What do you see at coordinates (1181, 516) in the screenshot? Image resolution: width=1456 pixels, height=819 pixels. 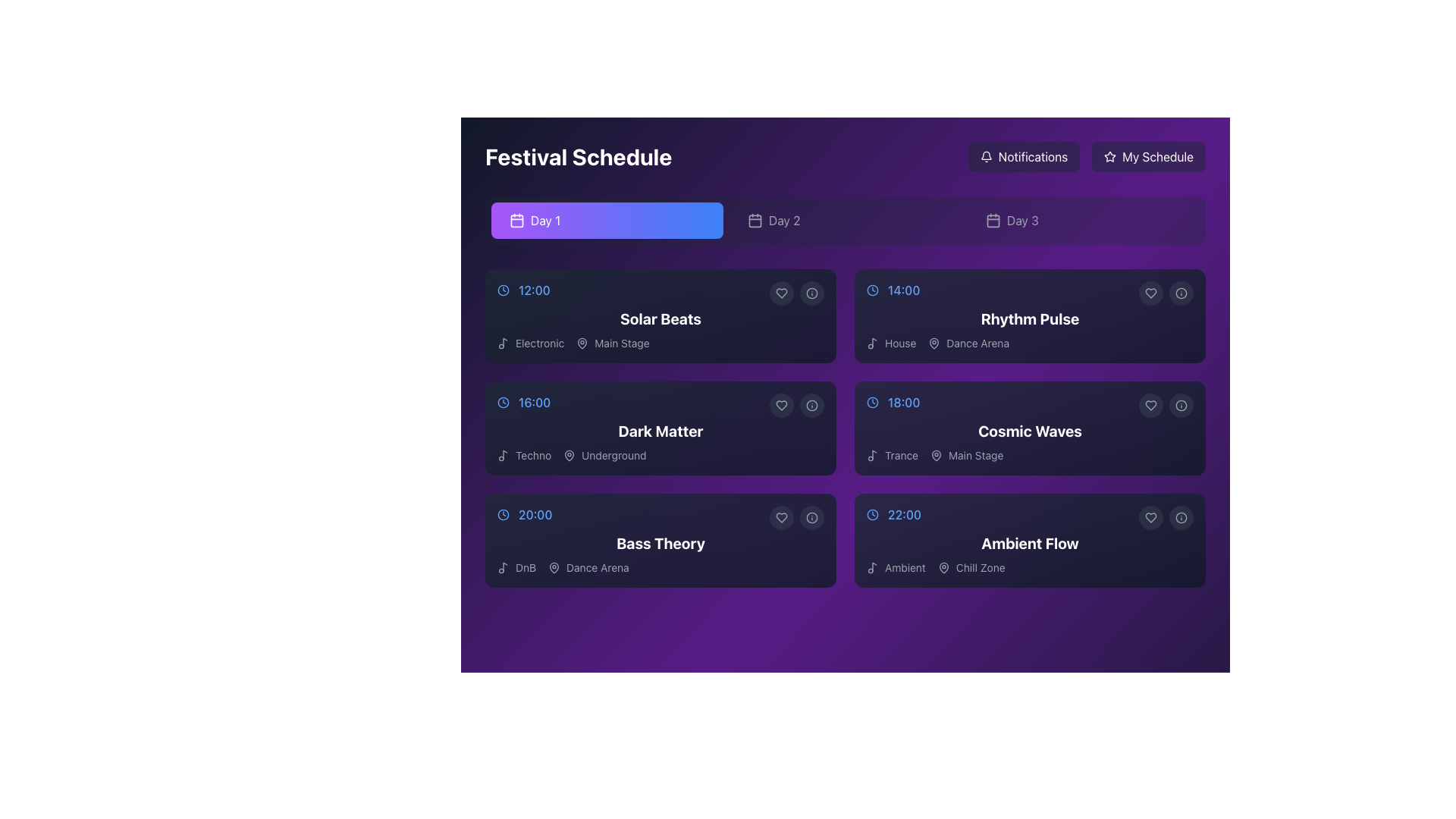 I see `the information button located at the top-right corner of the 'Ambient Flow' event box, which contains a circular icon resembling the letter 'i'` at bounding box center [1181, 516].